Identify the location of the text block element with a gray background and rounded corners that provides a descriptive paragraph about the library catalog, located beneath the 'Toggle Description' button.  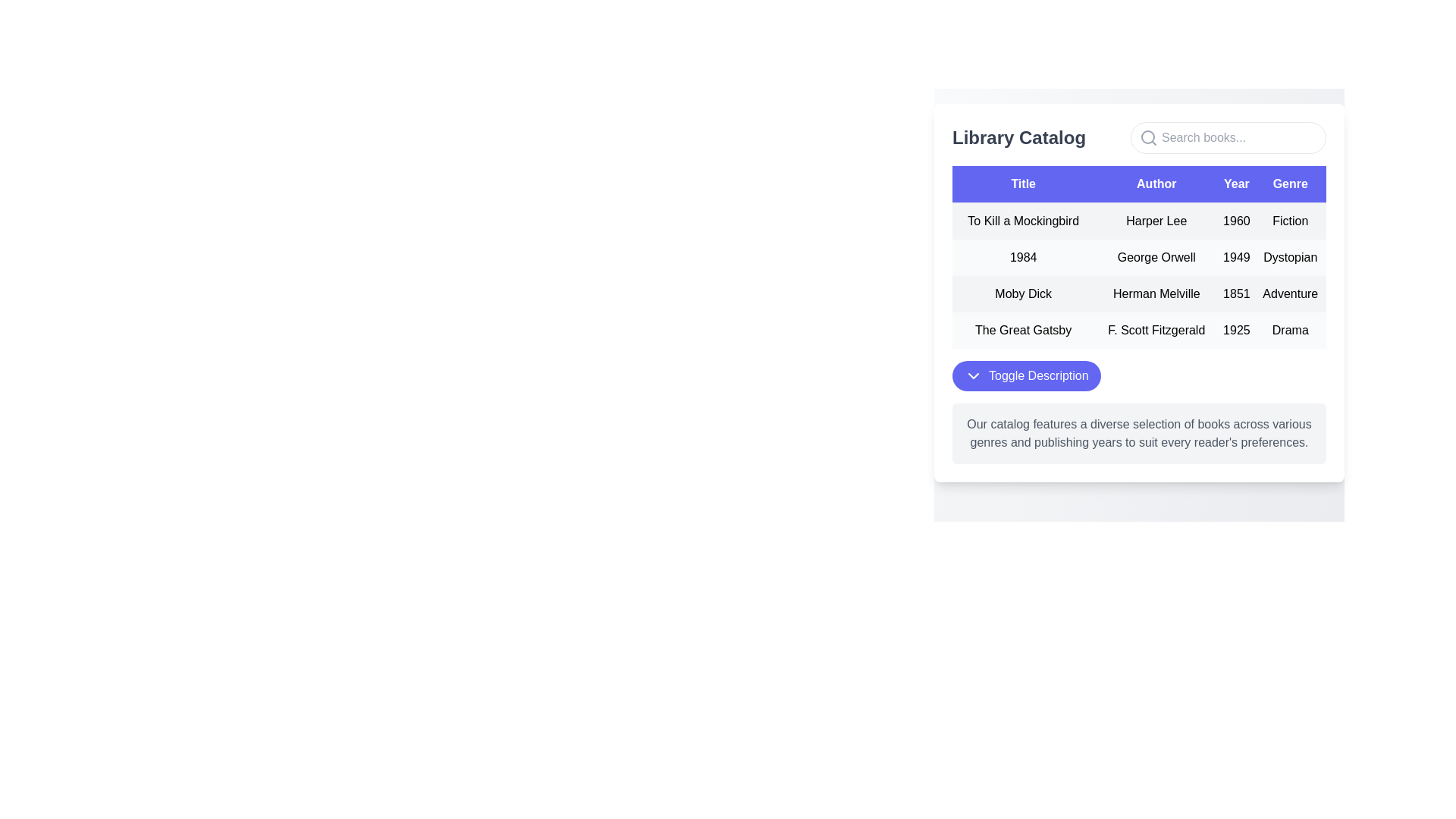
(1139, 412).